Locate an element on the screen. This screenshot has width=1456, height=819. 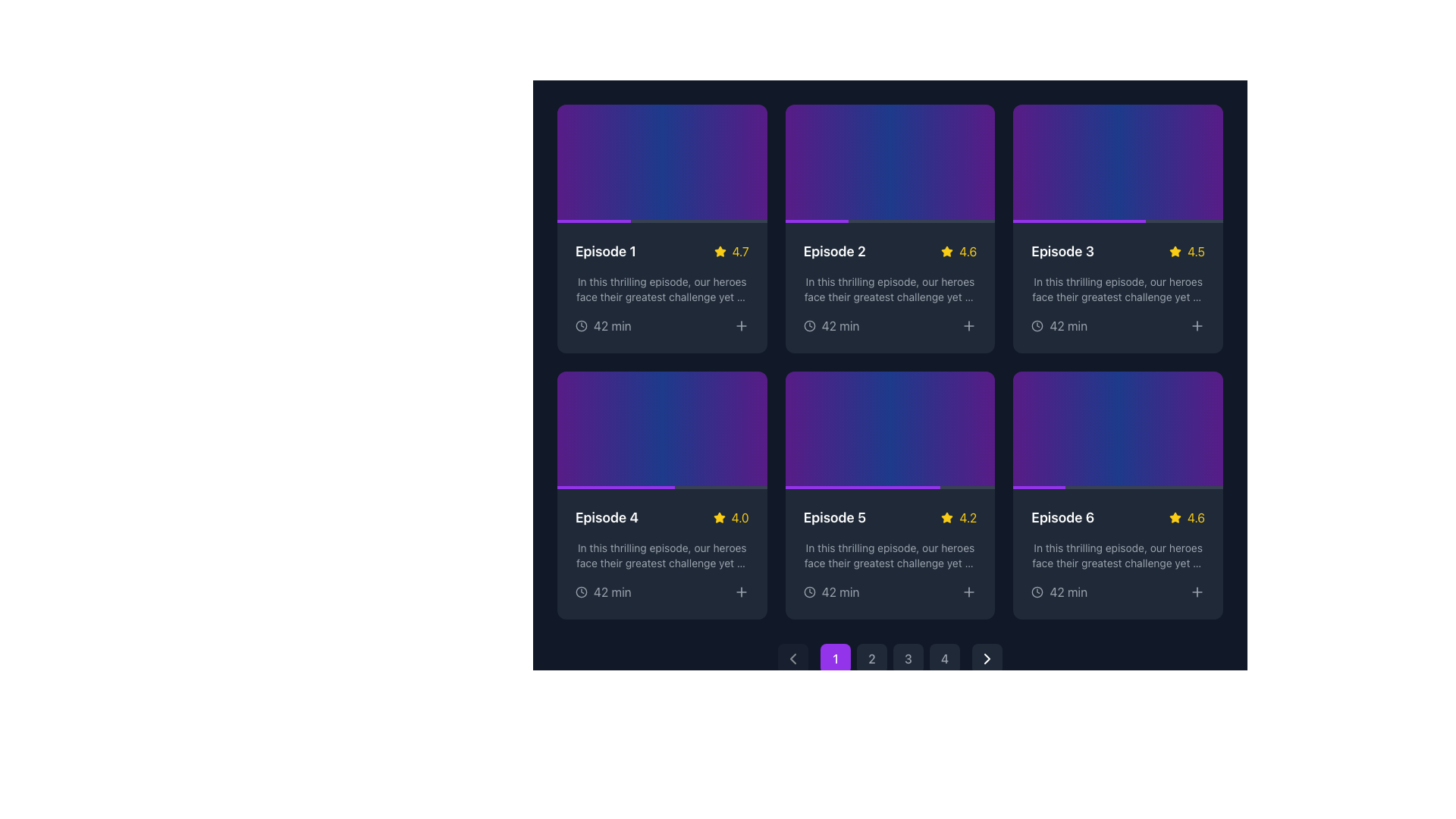
the Icon (Chevron Right) located at the bottom-right corner of the interface is located at coordinates (987, 657).